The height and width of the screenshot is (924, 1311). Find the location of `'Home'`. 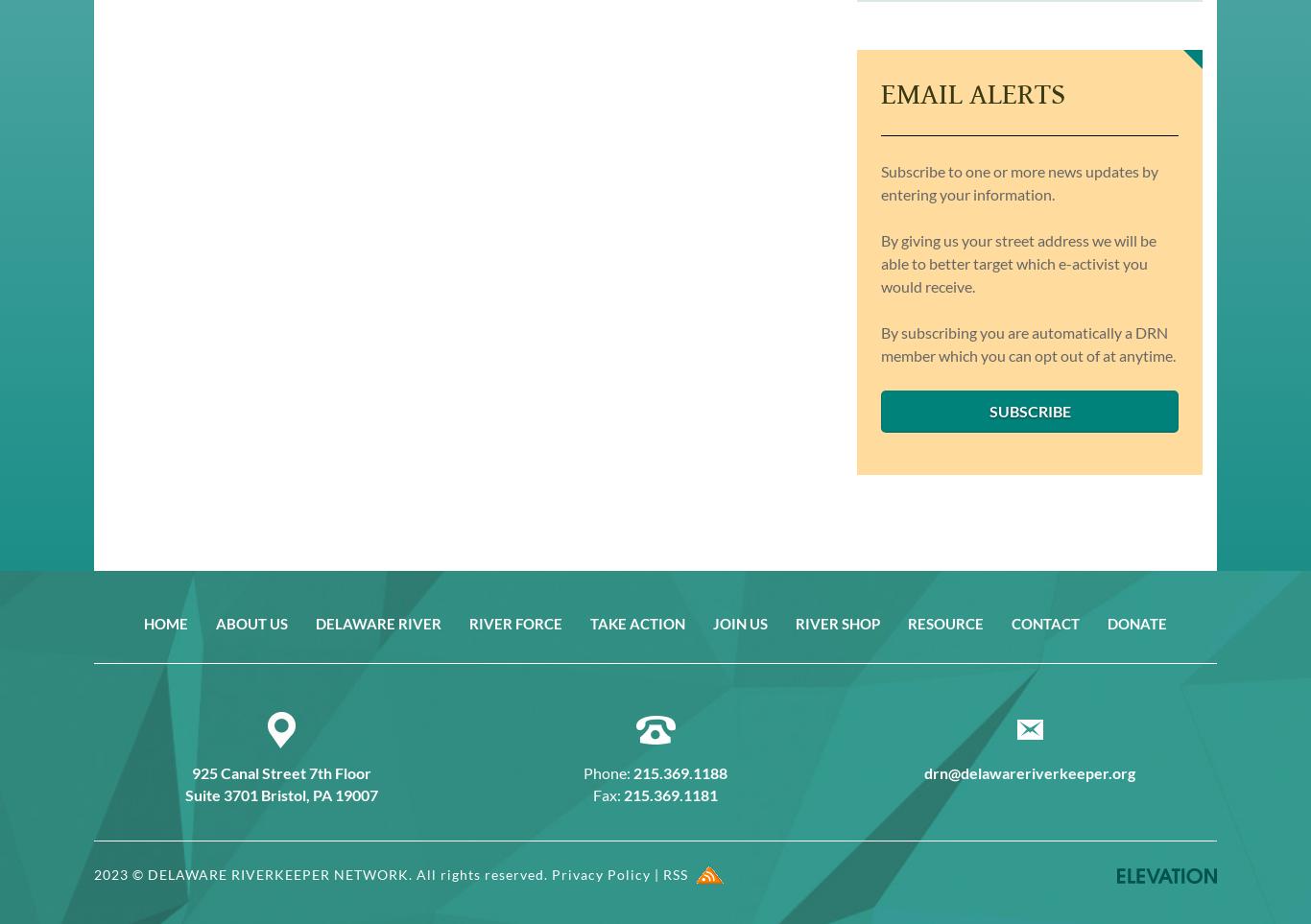

'Home' is located at coordinates (164, 621).